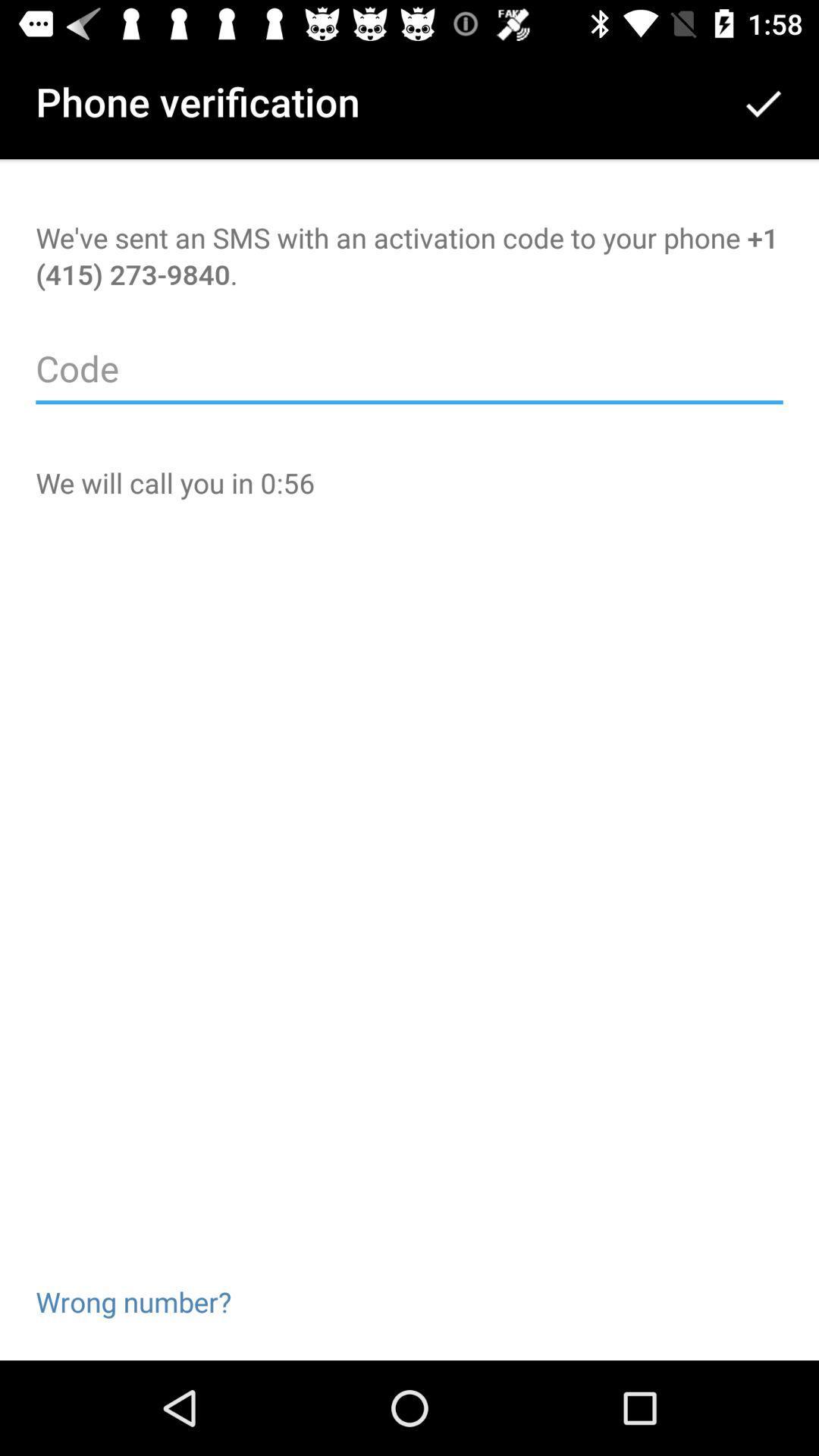 The image size is (819, 1456). I want to click on the item below the we will call icon, so click(133, 1277).